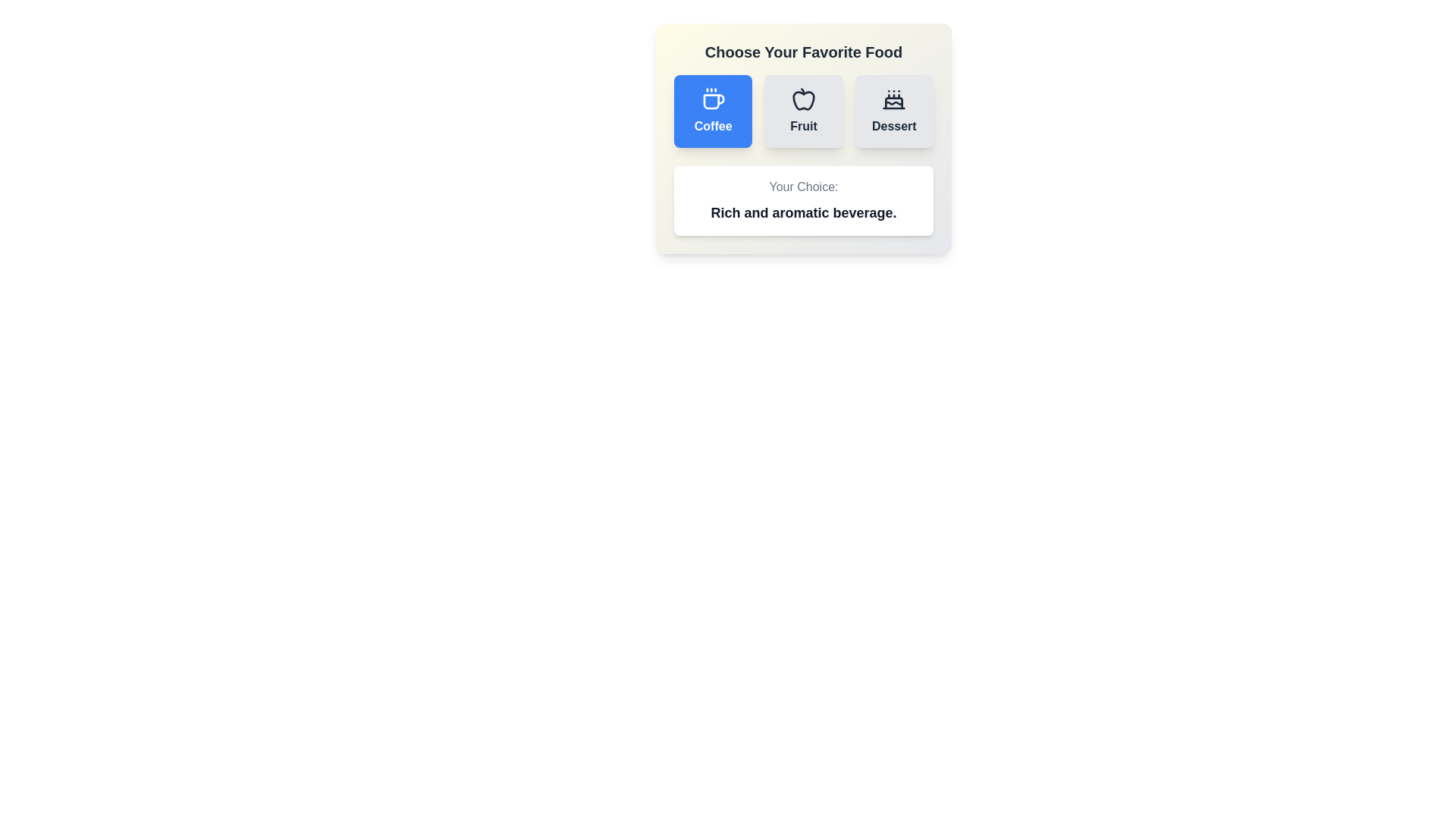 The width and height of the screenshot is (1456, 819). Describe the element at coordinates (894, 110) in the screenshot. I see `the food option Dessert` at that location.